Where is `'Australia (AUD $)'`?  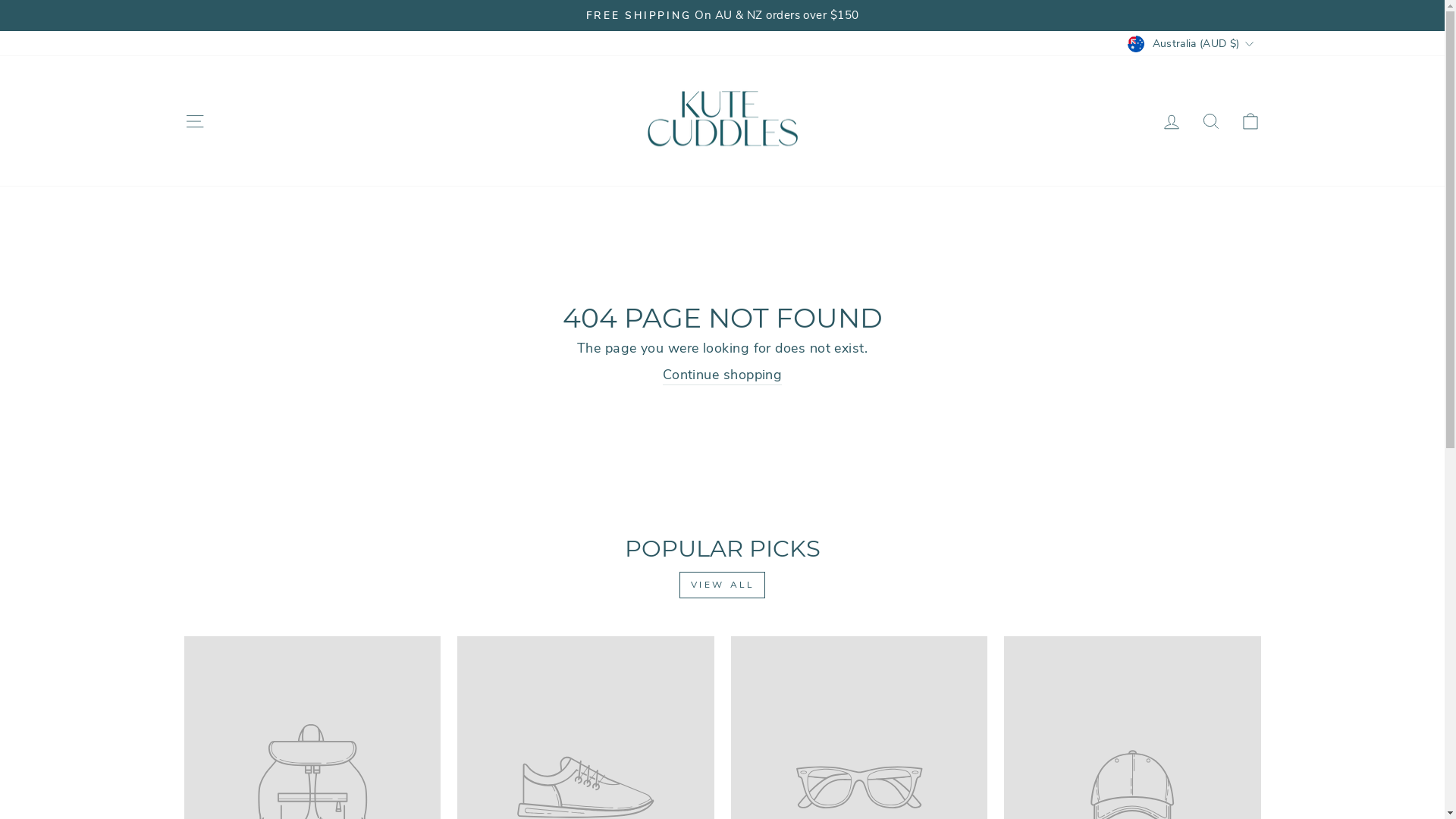
'Australia (AUD $)' is located at coordinates (1191, 42).